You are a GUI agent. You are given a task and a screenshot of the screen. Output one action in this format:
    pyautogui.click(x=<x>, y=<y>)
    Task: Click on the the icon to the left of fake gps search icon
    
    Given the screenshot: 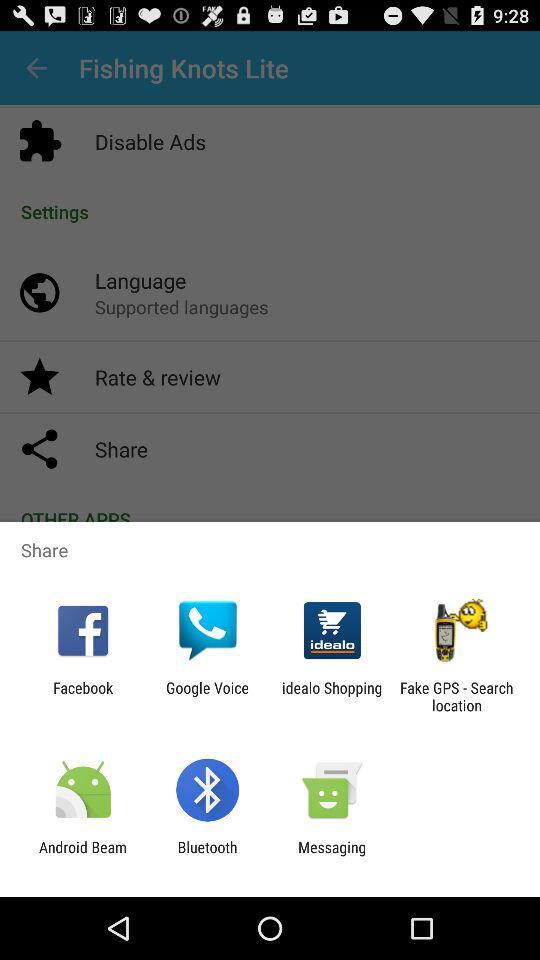 What is the action you would take?
    pyautogui.click(x=332, y=696)
    